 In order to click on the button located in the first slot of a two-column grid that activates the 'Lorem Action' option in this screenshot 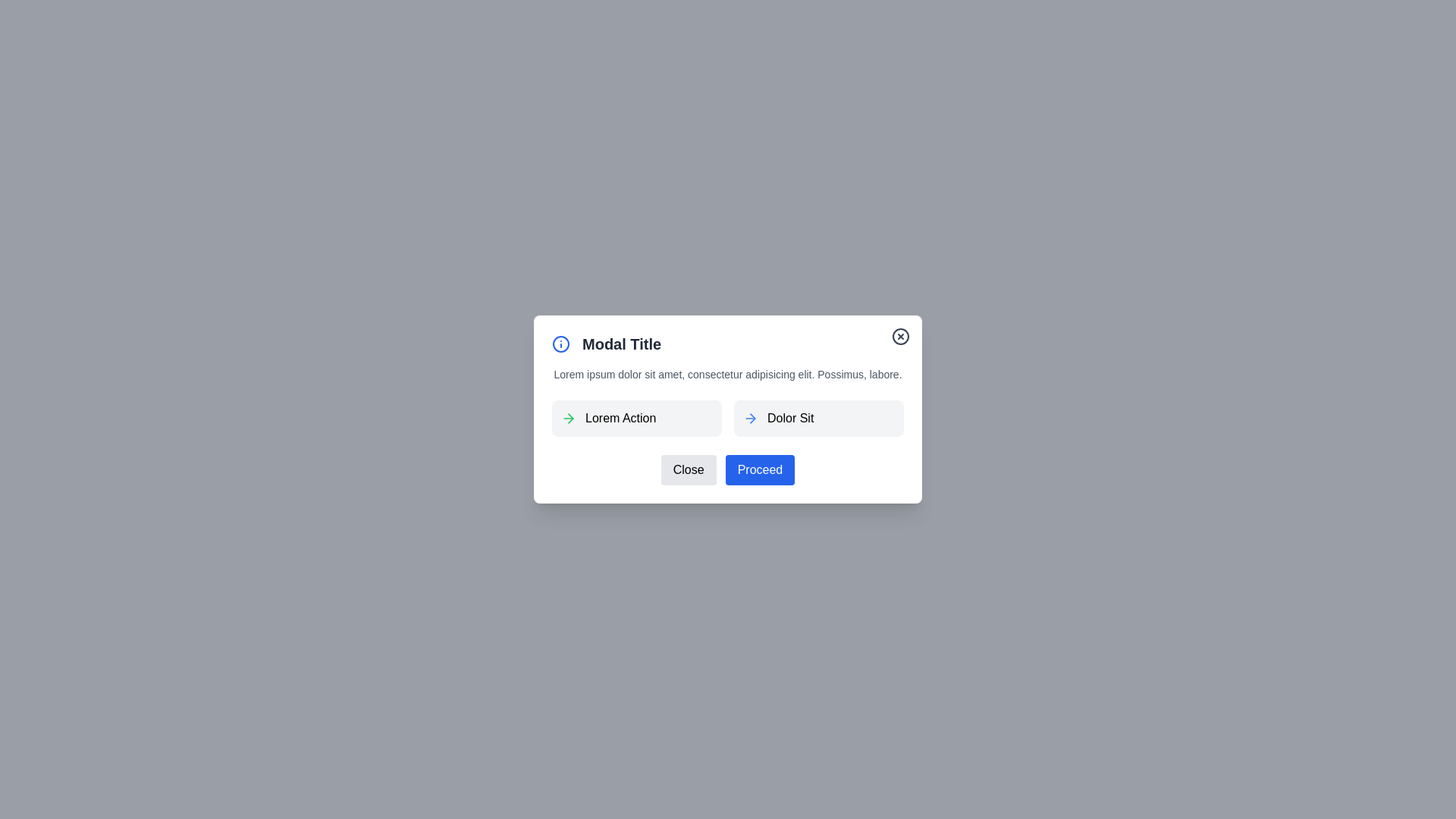, I will do `click(637, 418)`.